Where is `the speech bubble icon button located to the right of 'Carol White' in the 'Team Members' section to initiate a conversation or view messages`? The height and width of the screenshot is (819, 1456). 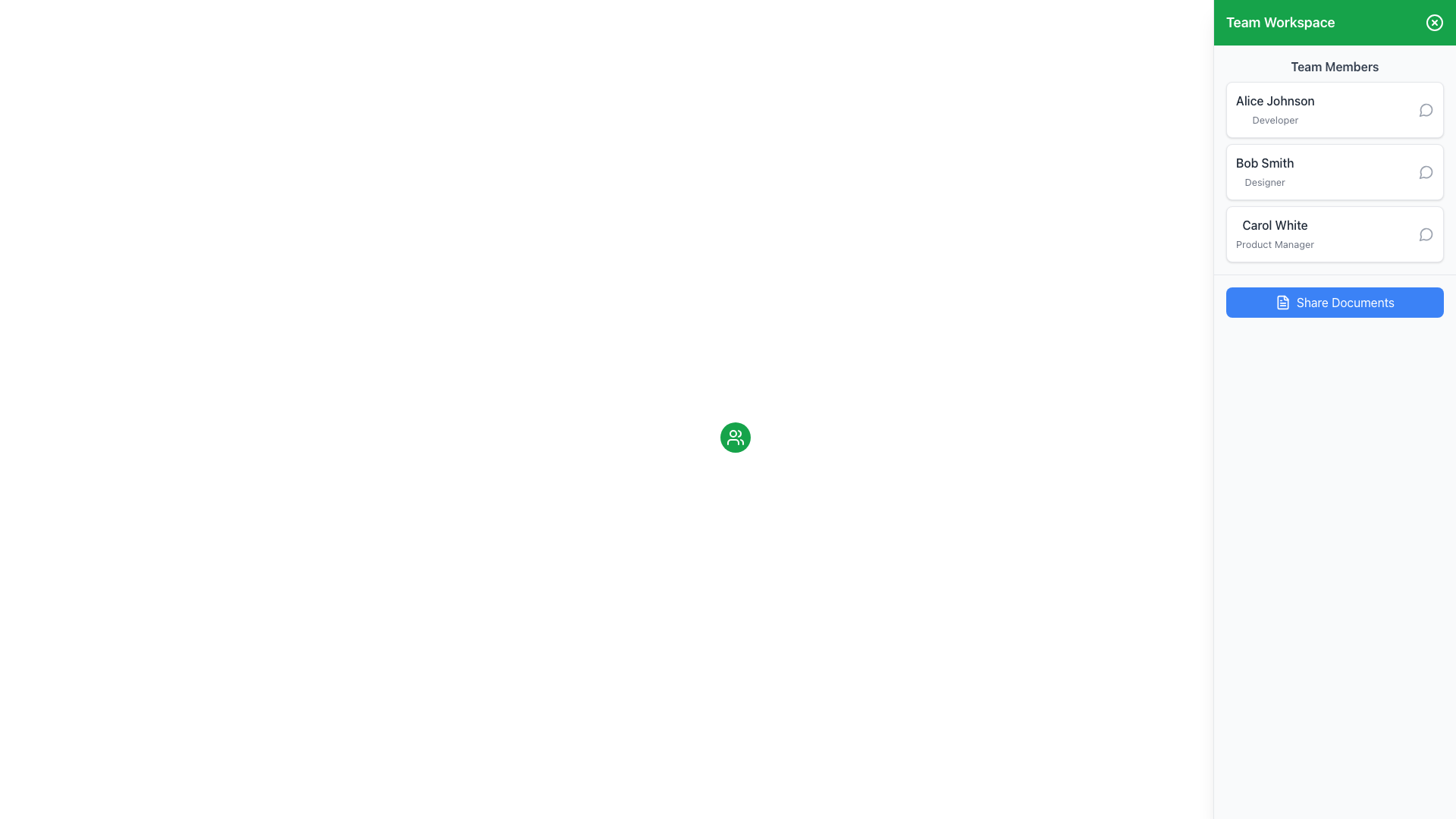 the speech bubble icon button located to the right of 'Carol White' in the 'Team Members' section to initiate a conversation or view messages is located at coordinates (1426, 234).